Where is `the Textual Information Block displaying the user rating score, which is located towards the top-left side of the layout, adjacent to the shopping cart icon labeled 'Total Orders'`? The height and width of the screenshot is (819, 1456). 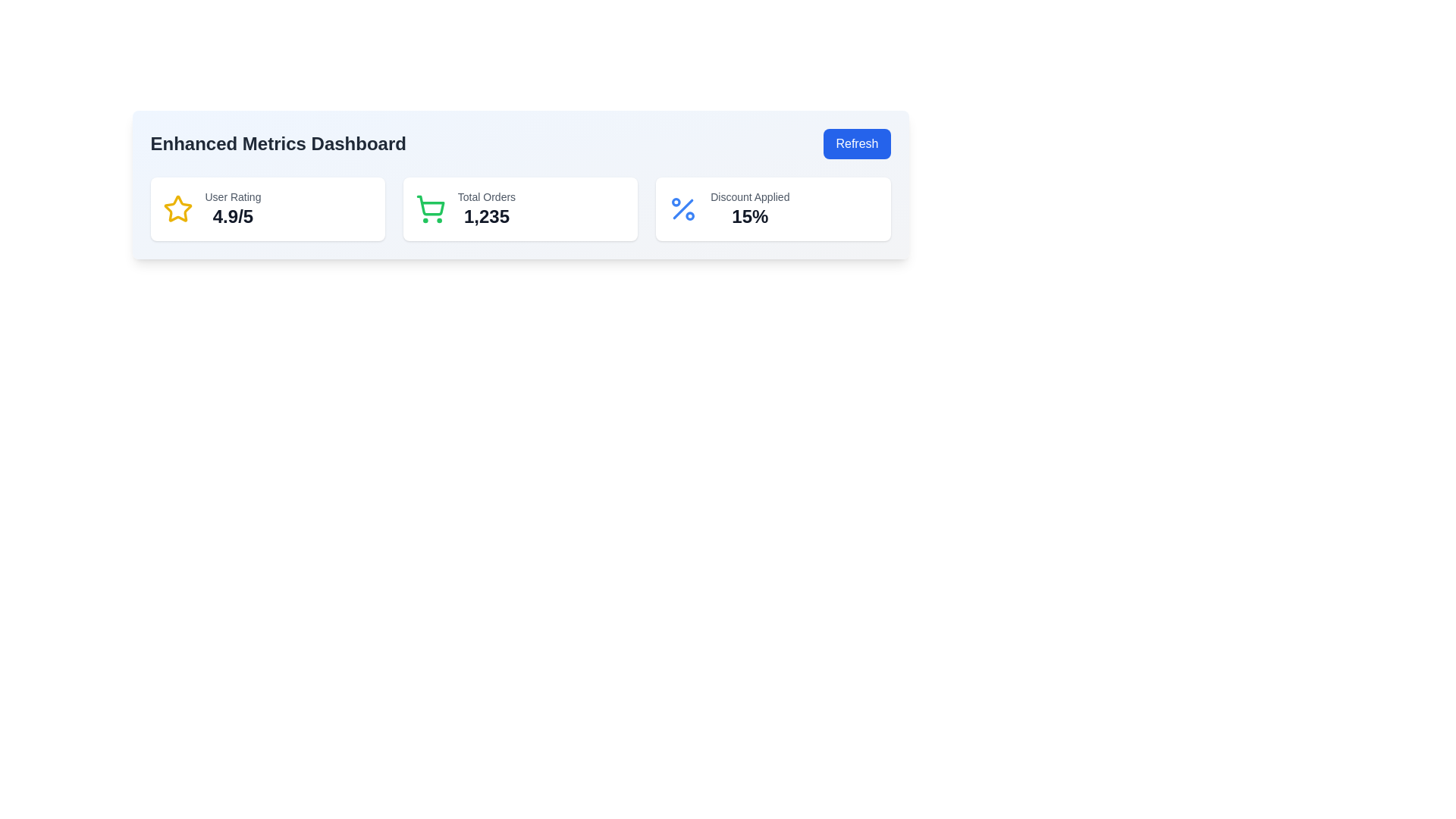
the Textual Information Block displaying the user rating score, which is located towards the top-left side of the layout, adjacent to the shopping cart icon labeled 'Total Orders' is located at coordinates (232, 209).